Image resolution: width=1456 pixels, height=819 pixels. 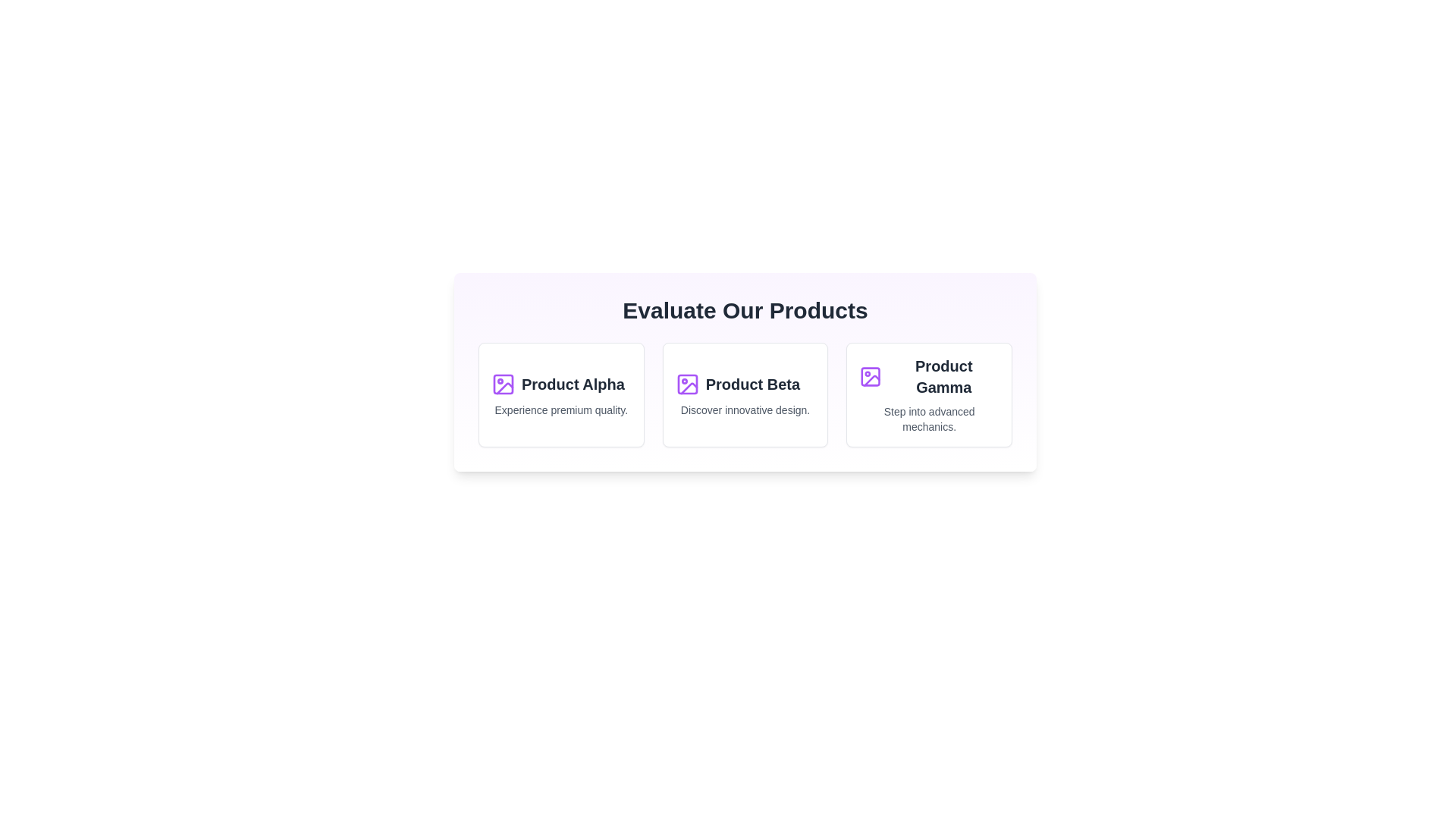 I want to click on the descriptive tagline text located below the title 'Product Beta' within the 'Product Beta' card, so click(x=745, y=409).